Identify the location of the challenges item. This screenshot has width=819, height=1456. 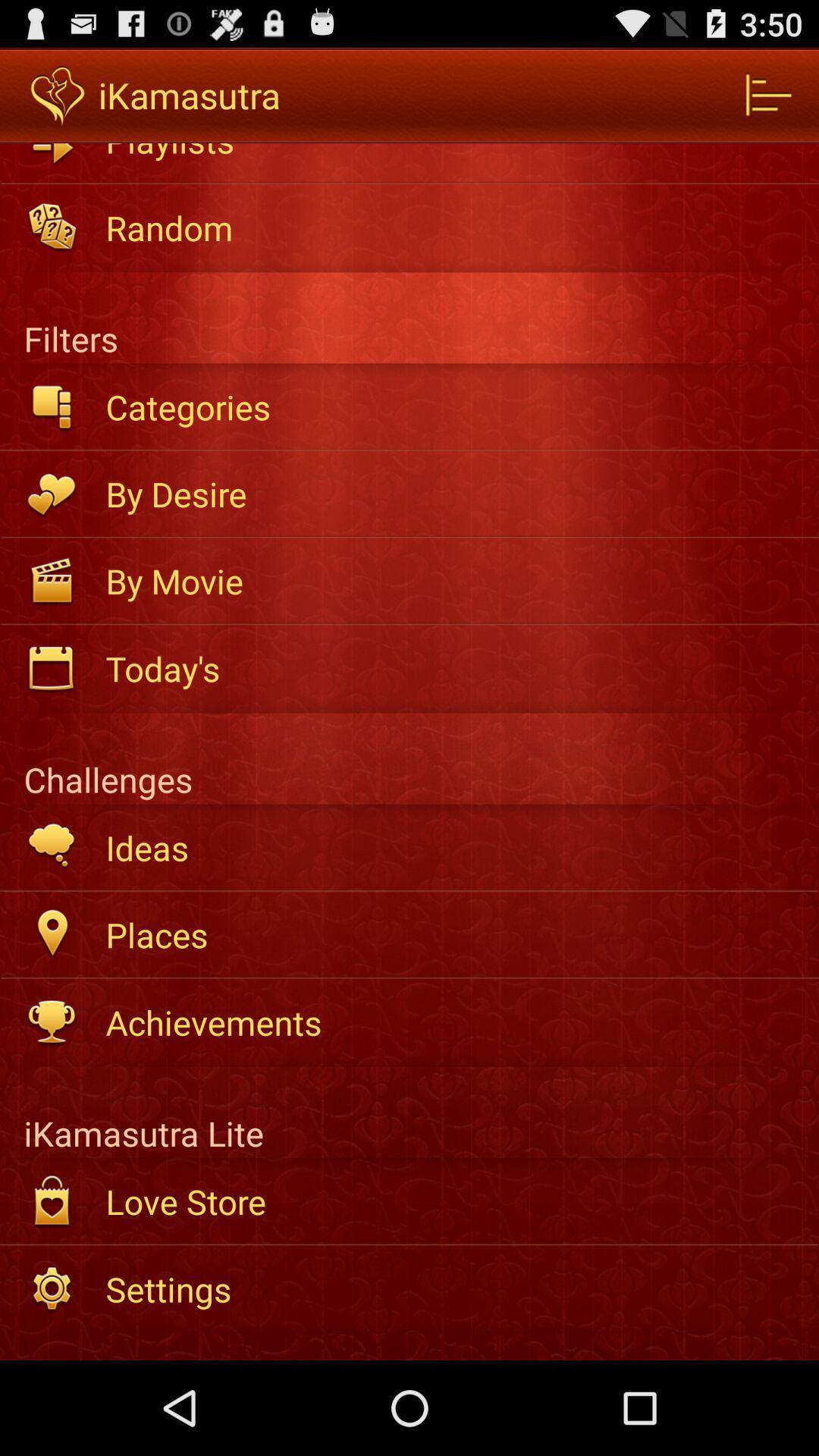
(409, 758).